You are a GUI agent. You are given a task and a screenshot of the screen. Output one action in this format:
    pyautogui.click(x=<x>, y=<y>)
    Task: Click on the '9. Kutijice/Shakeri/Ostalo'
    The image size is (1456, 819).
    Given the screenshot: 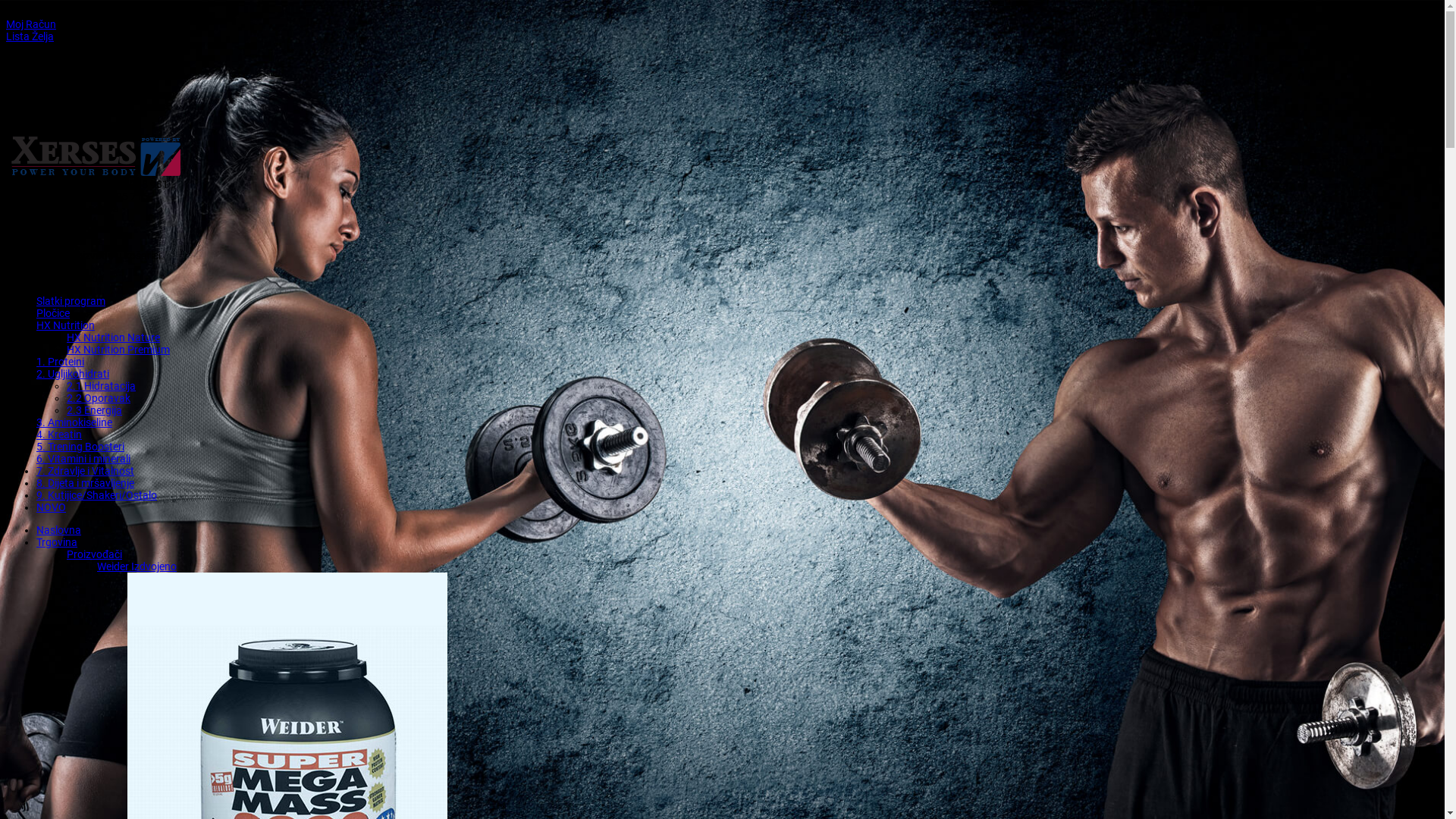 What is the action you would take?
    pyautogui.click(x=96, y=494)
    